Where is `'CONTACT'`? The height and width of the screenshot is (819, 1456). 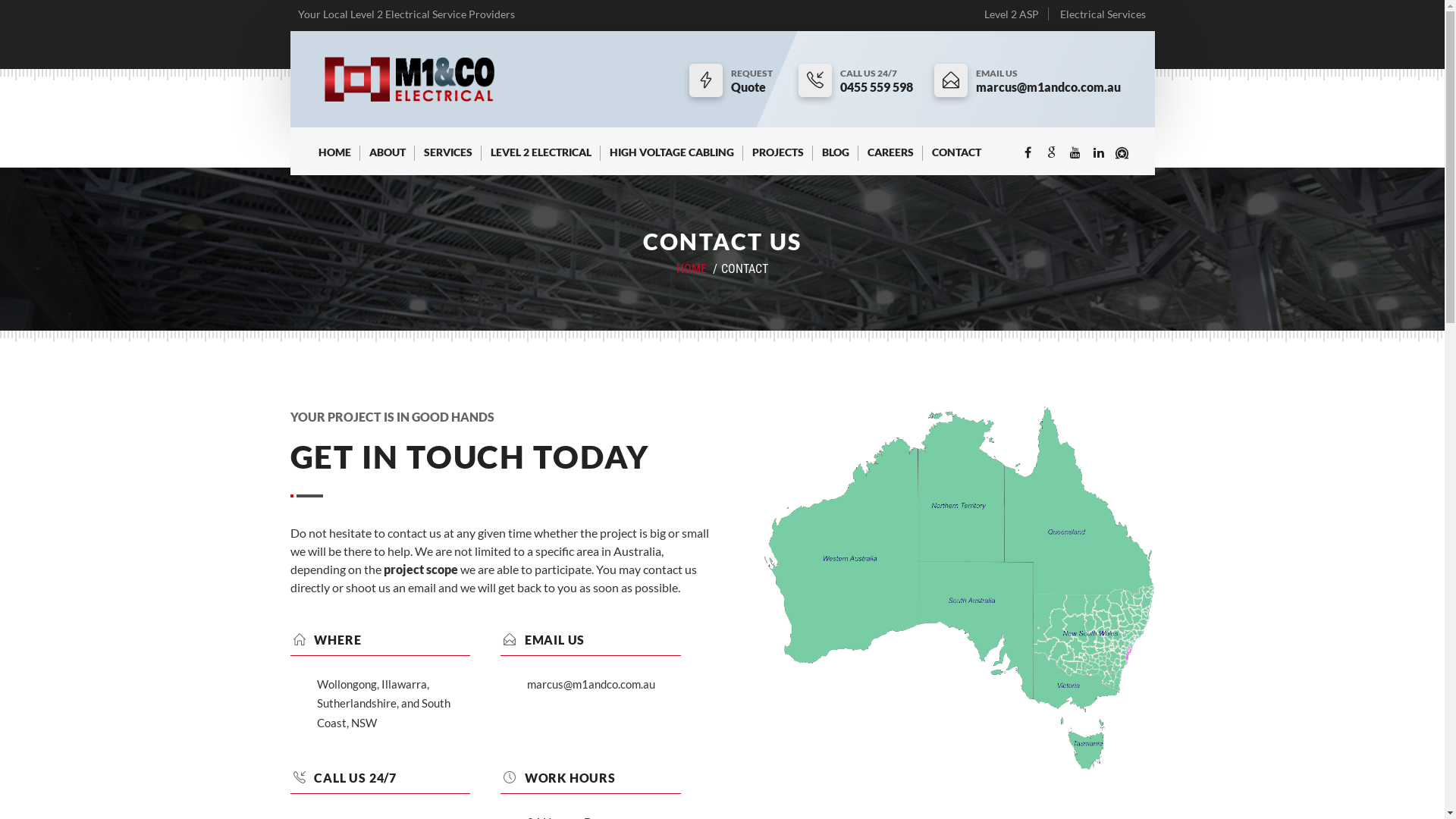
'CONTACT' is located at coordinates (955, 158).